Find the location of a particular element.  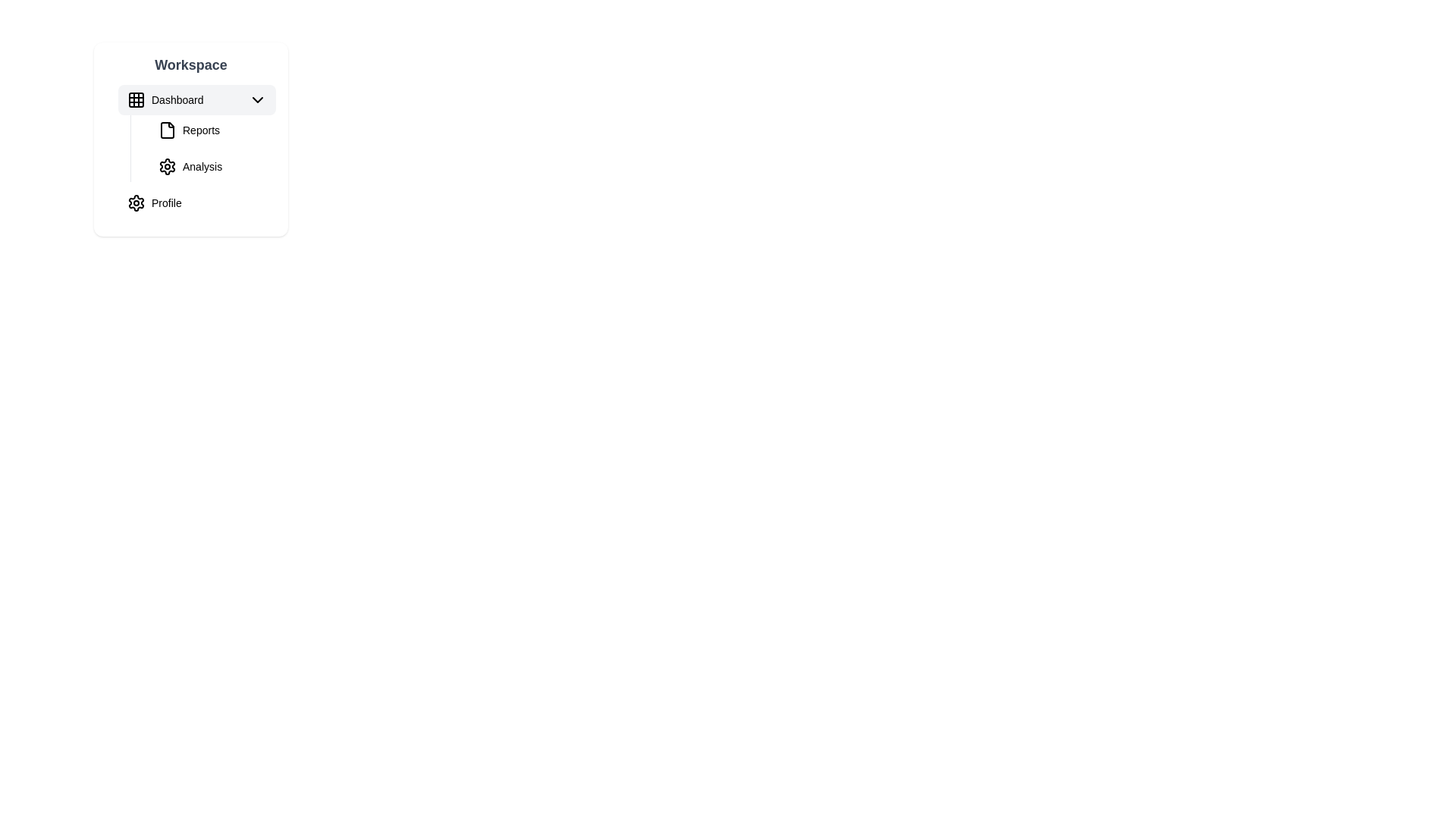

the gear-shaped icon representing settings, located next to the 'Analysis' label is located at coordinates (167, 166).